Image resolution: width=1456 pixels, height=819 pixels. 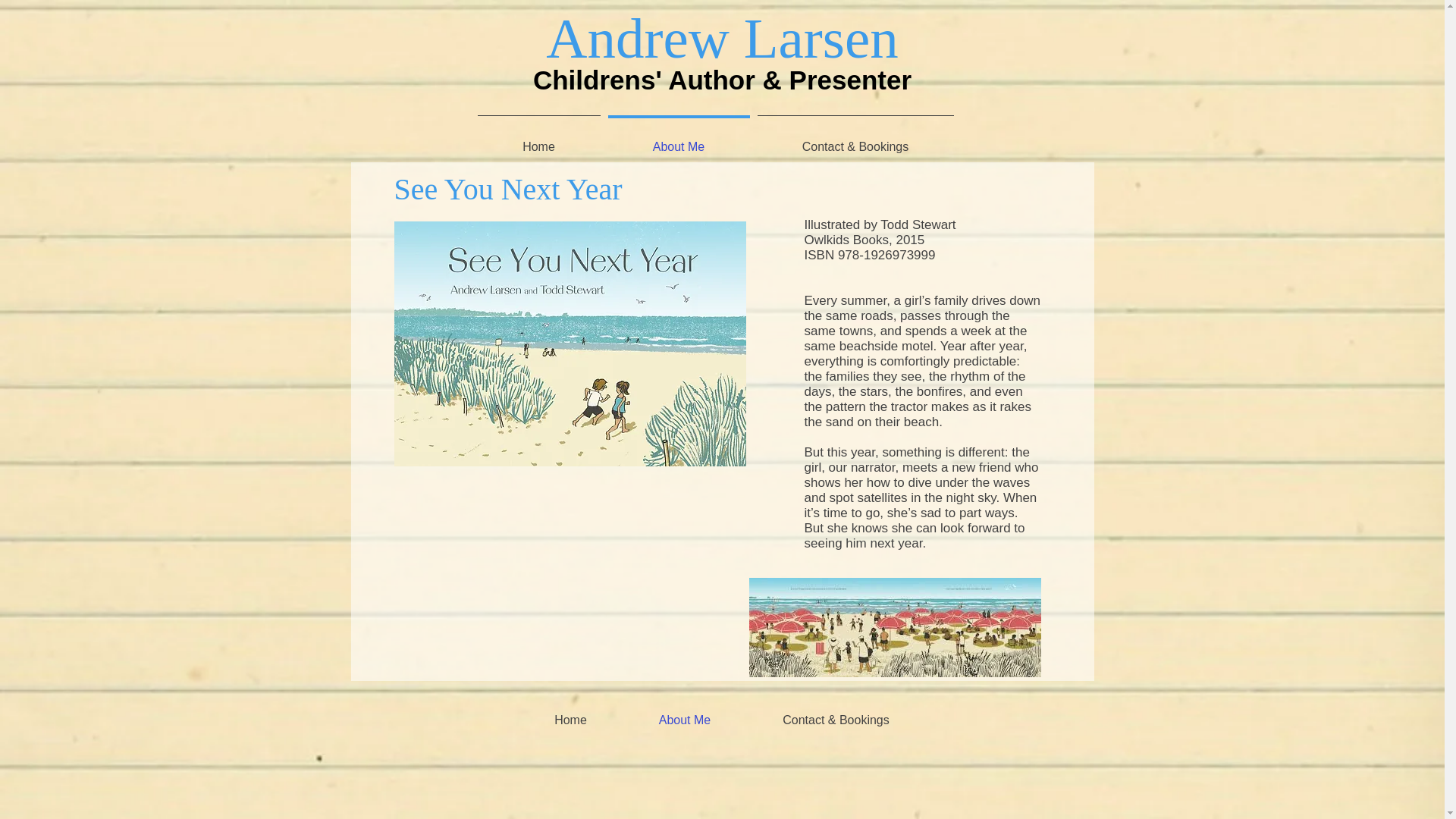 I want to click on 'Contact & Bookings', so click(x=835, y=719).